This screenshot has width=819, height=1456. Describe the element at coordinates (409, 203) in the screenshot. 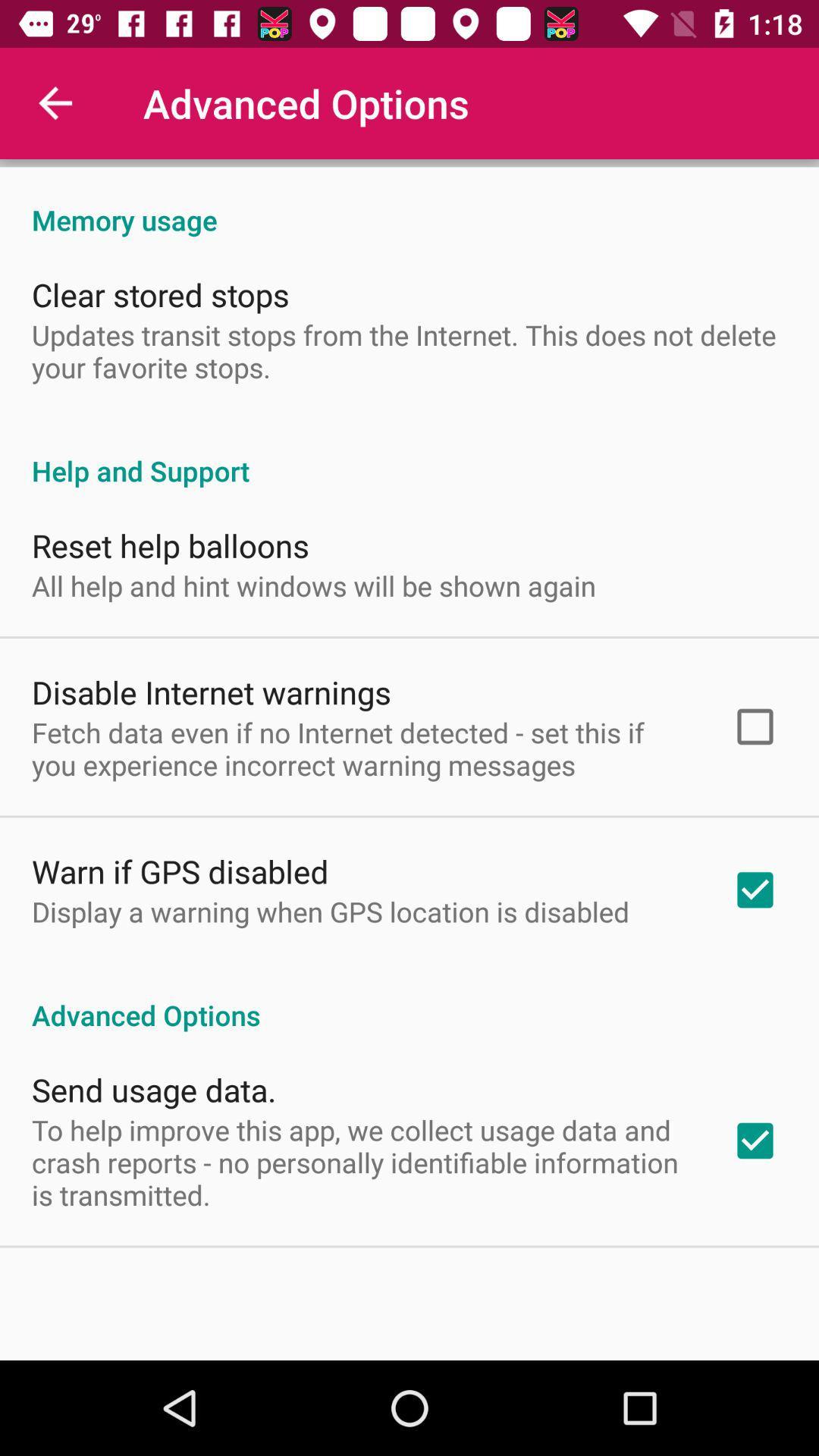

I see `memory usage icon` at that location.